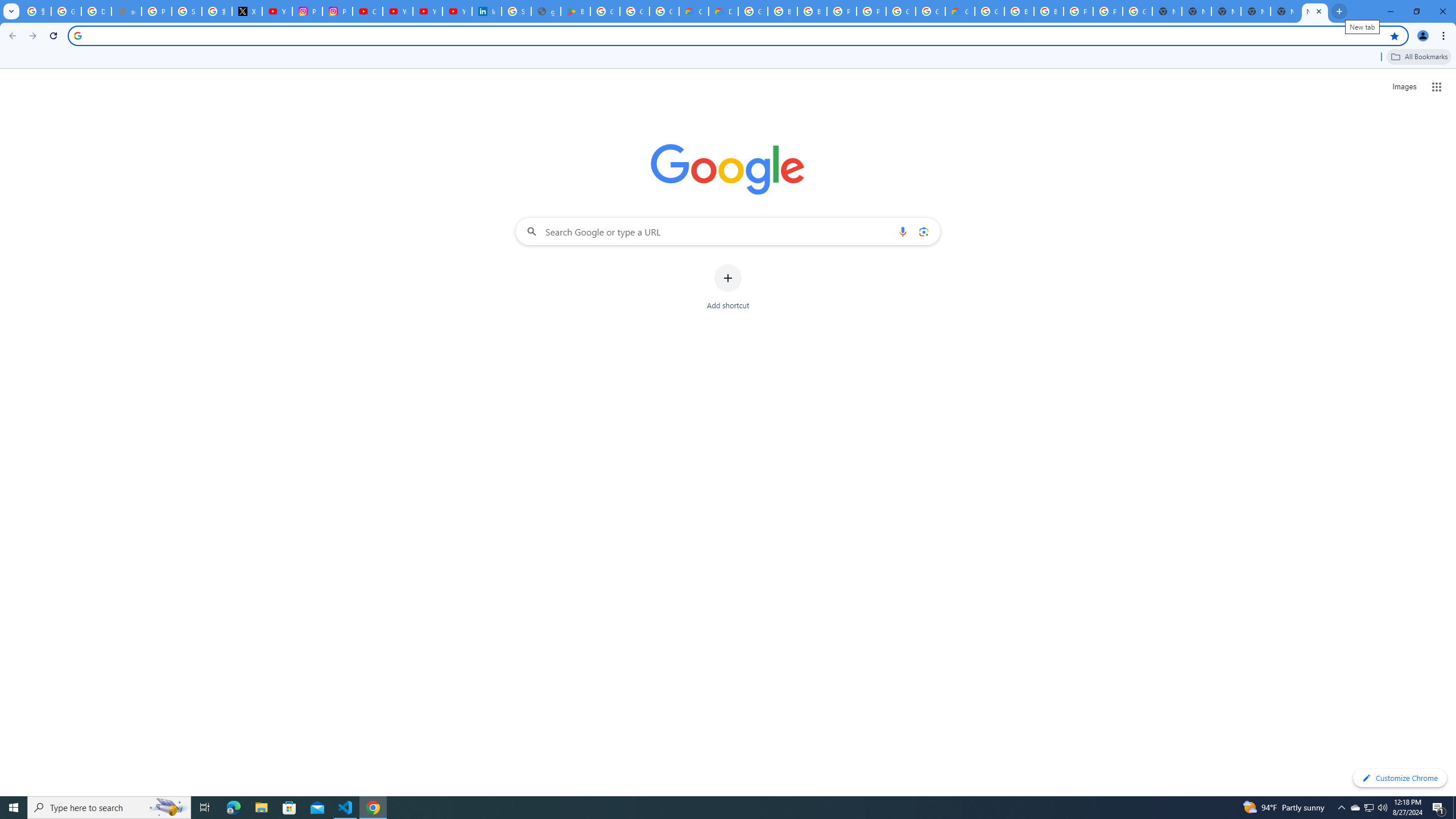 The width and height of the screenshot is (1456, 819). Describe the element at coordinates (923, 230) in the screenshot. I see `'Search by image'` at that location.